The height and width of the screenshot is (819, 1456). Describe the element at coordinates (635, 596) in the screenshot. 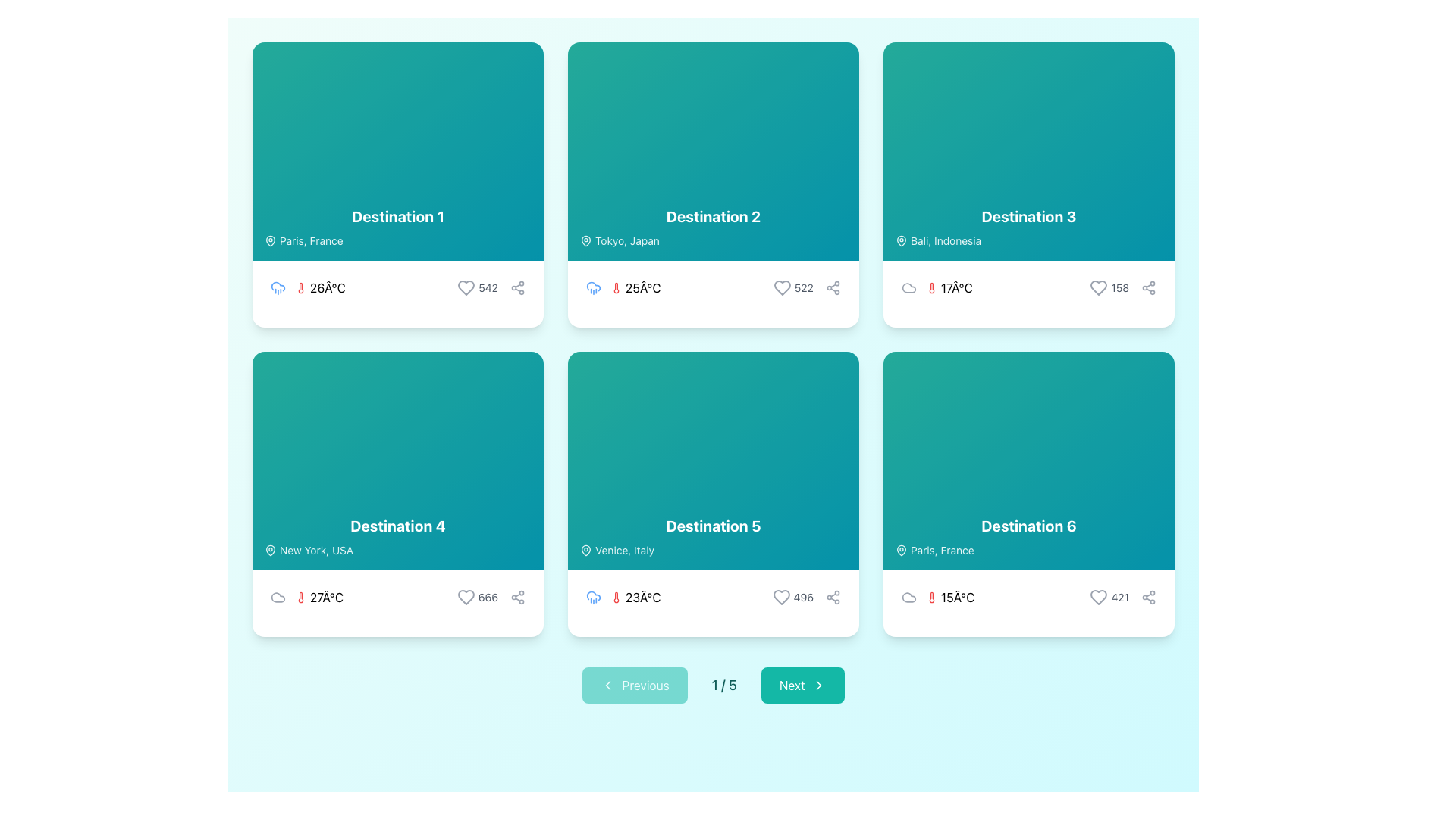

I see `the temperature display labeled '23°C' next to the red thermometer icon in the 'Destination 5' card, which is positioned among weather-related icons` at that location.